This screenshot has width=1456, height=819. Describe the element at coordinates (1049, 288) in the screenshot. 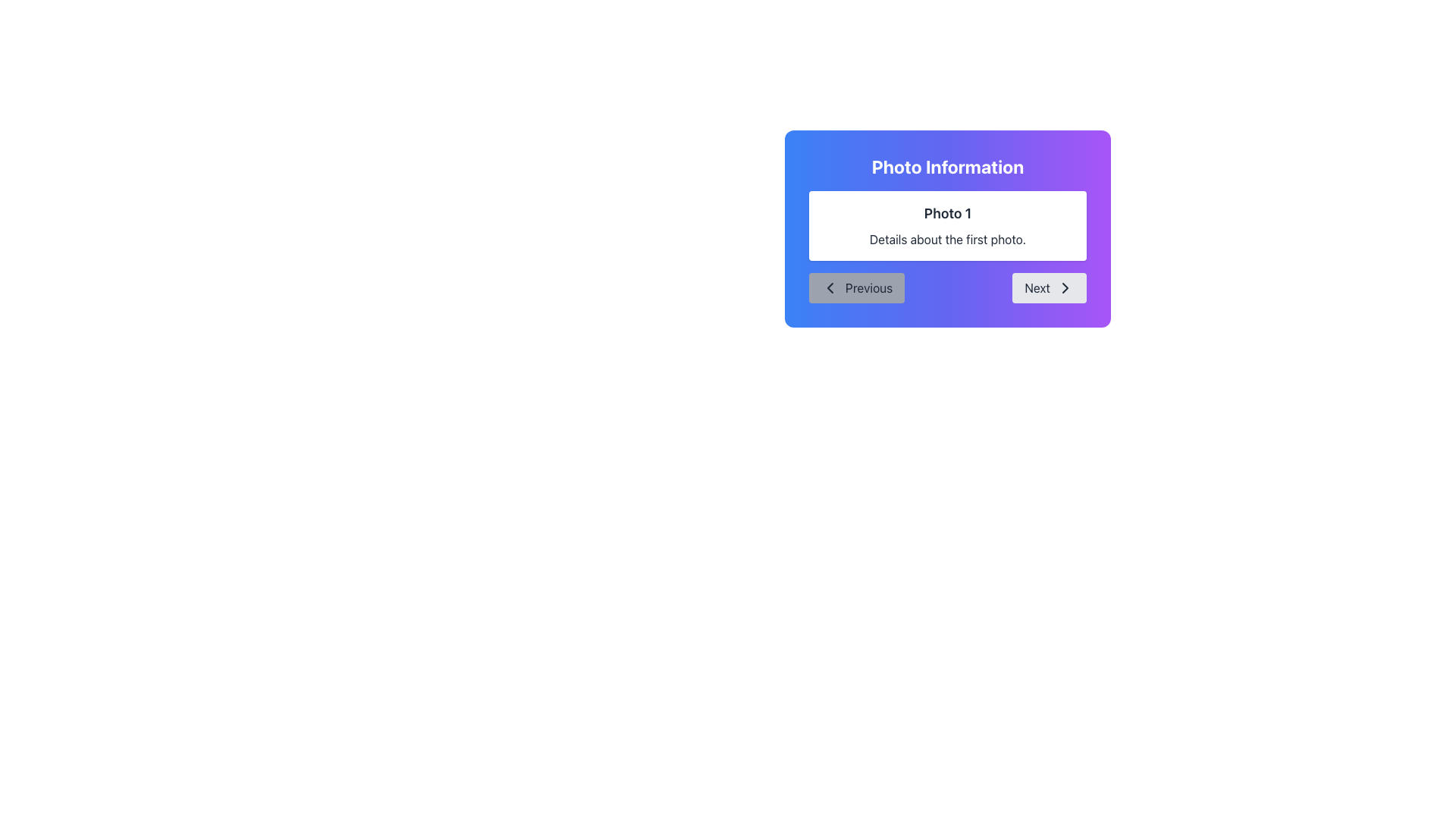

I see `the 'Next' button, which is a rounded rectangle with a light gray background and dark gray text, located in the bottom-right corner of the modal interface containing the 'Photo Information' title` at that location.